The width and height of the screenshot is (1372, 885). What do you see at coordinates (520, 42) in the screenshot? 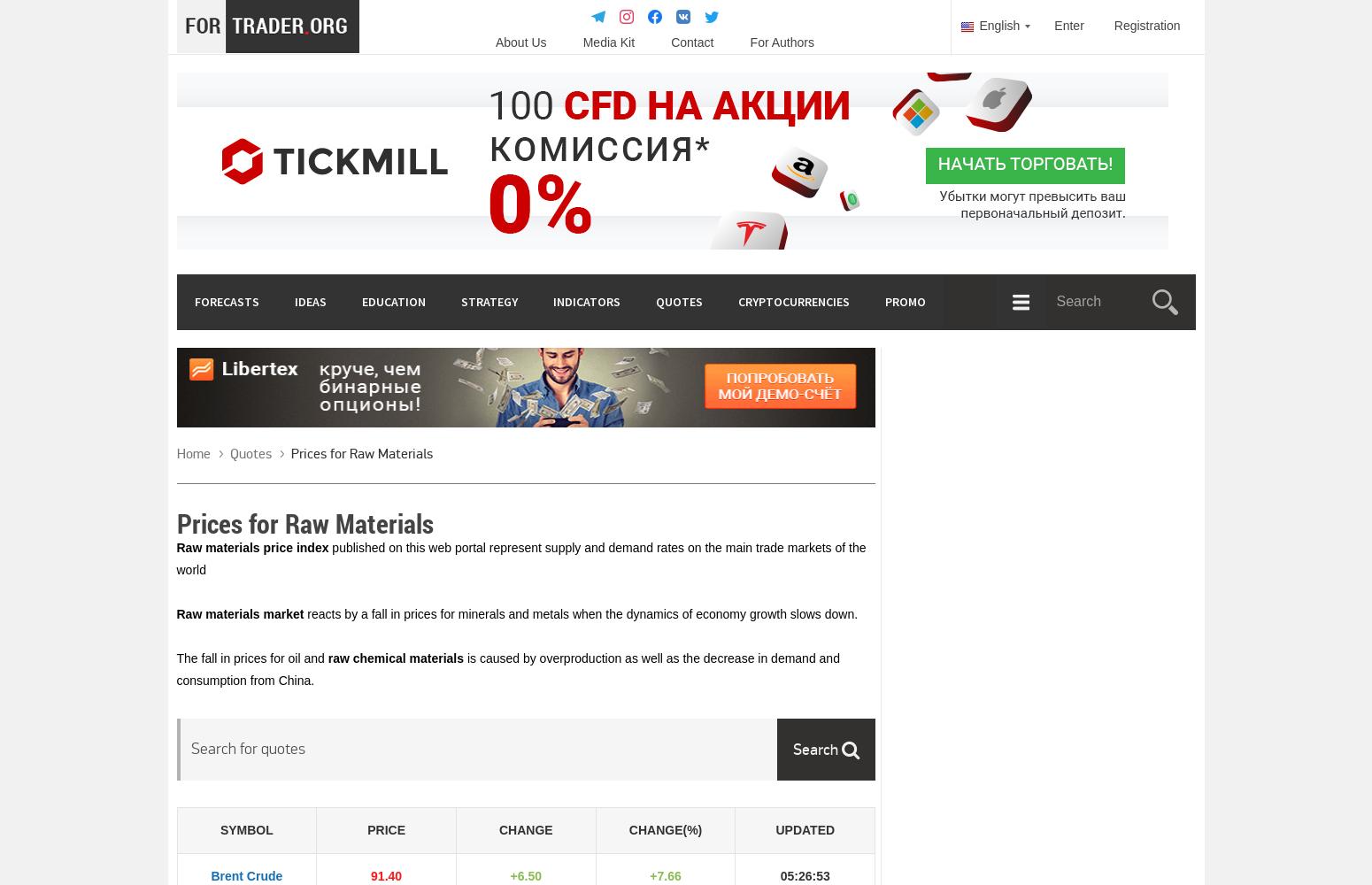
I see `'About Us'` at bounding box center [520, 42].